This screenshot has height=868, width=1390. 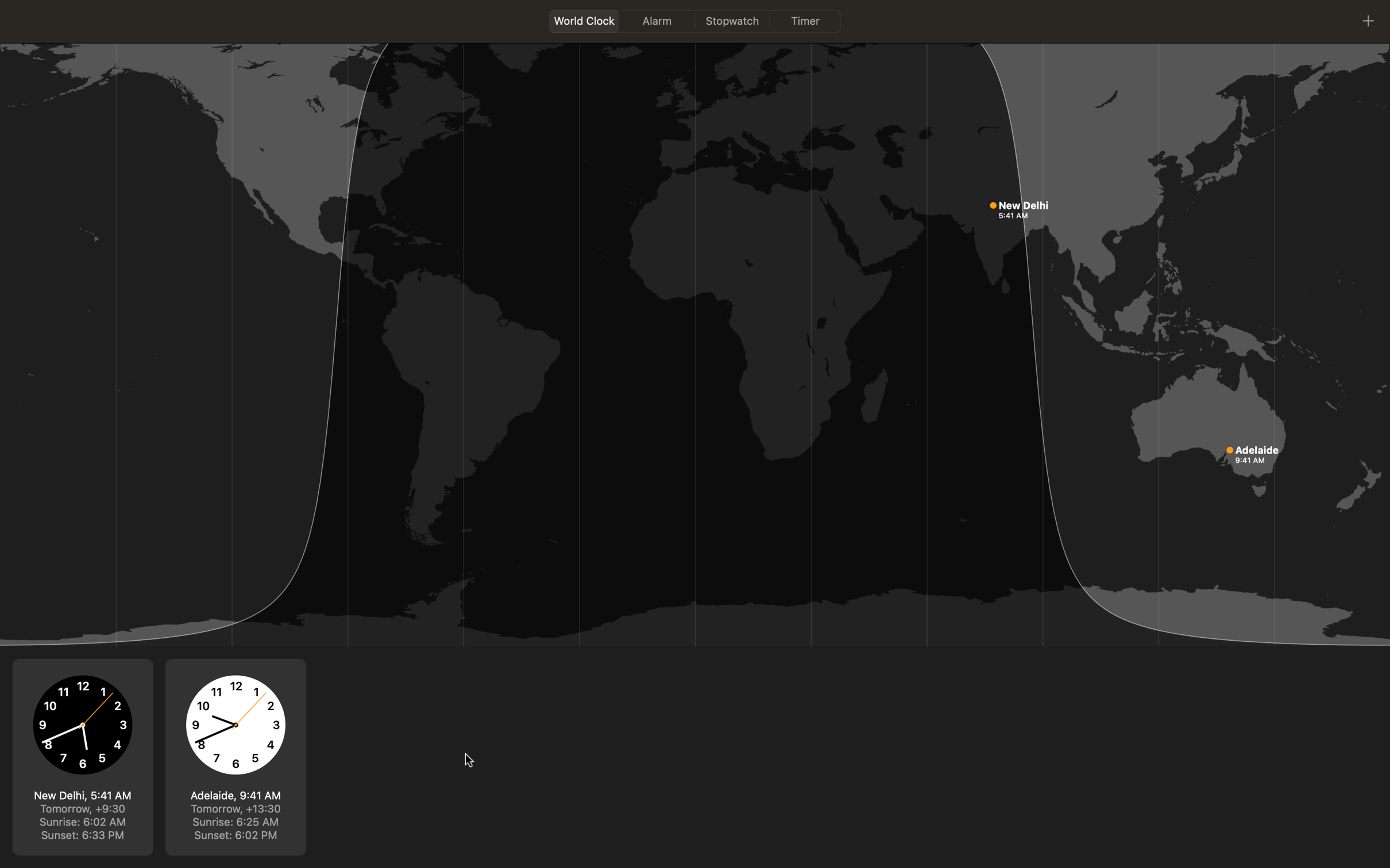 I want to click on Switch to world clock tab, so click(x=584, y=20).